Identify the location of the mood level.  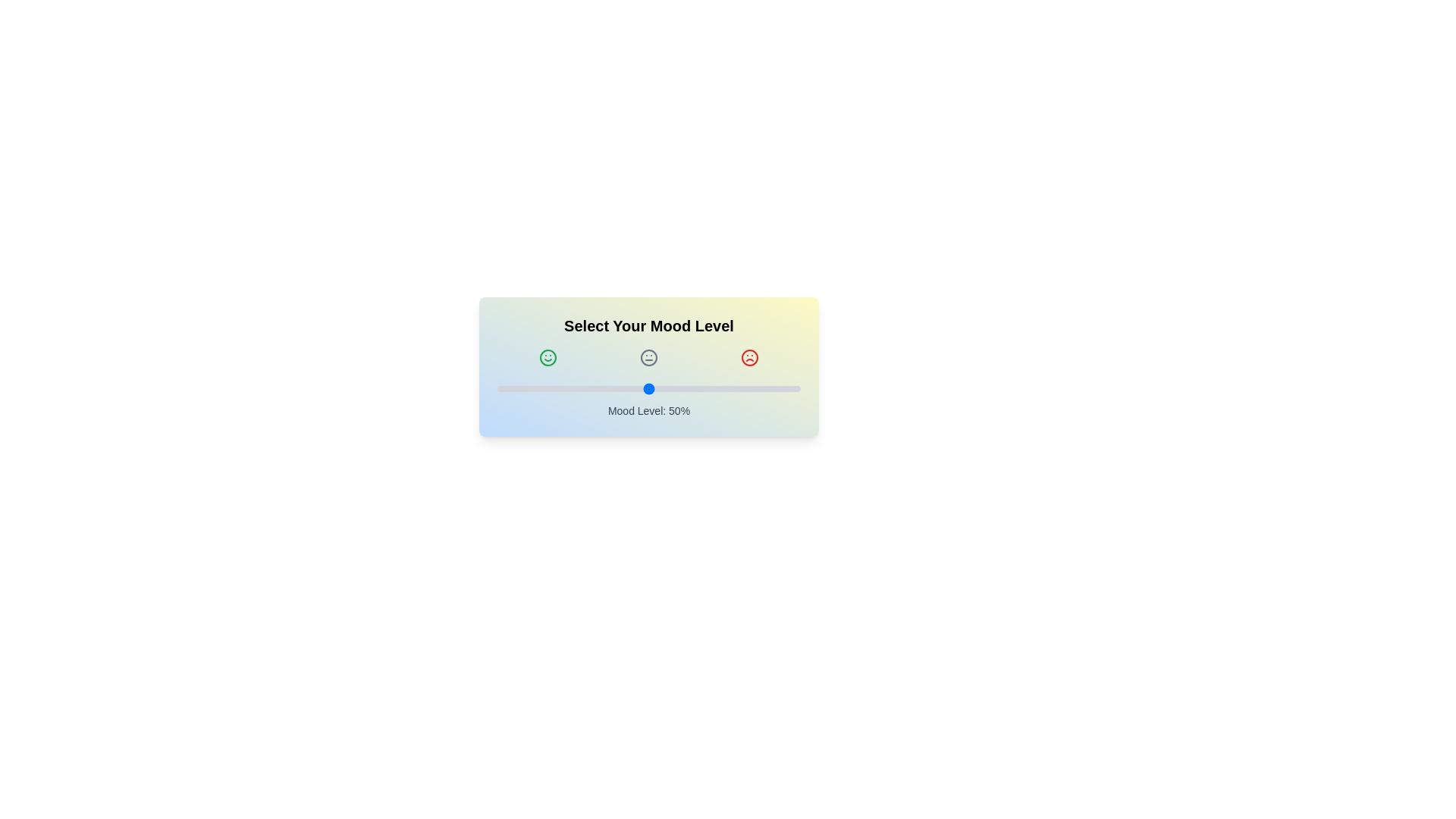
(554, 388).